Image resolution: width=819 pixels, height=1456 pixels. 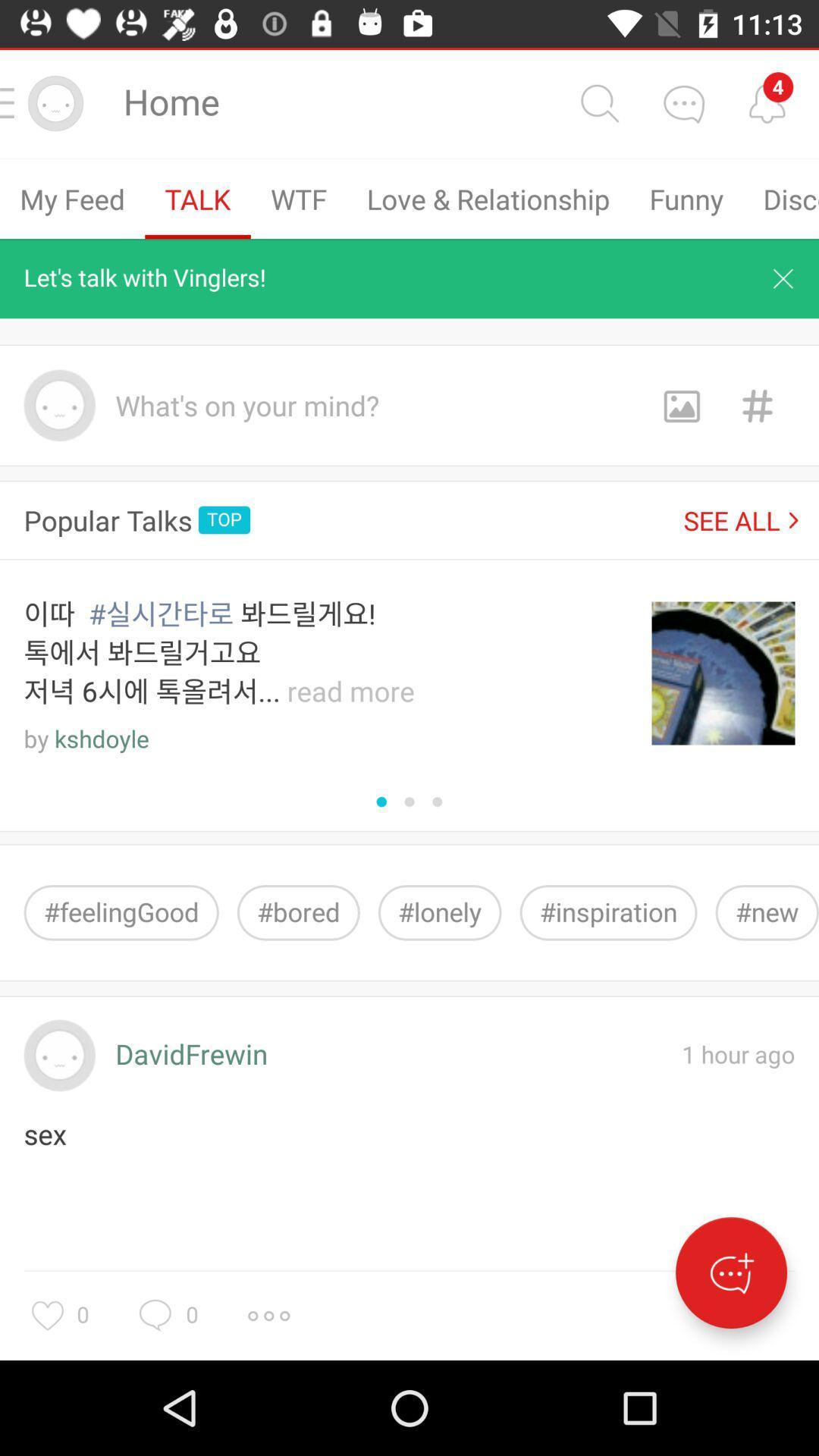 What do you see at coordinates (683, 102) in the screenshot?
I see `private messages` at bounding box center [683, 102].